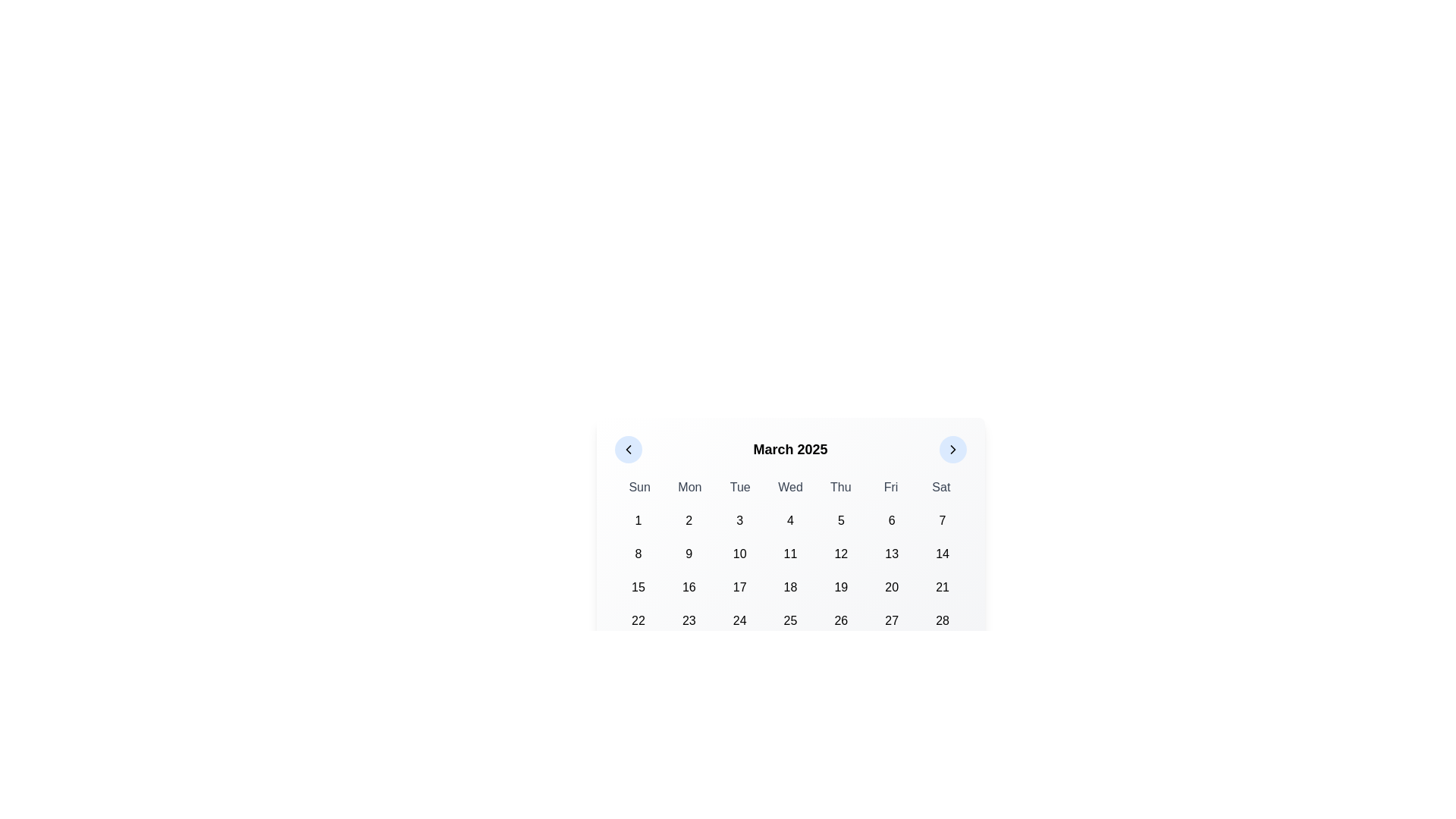 The width and height of the screenshot is (1456, 819). Describe the element at coordinates (689, 488) in the screenshot. I see `the static text label denoting 'Monday' within the calendar interface, positioned between 'Sun' and 'Tue'` at that location.